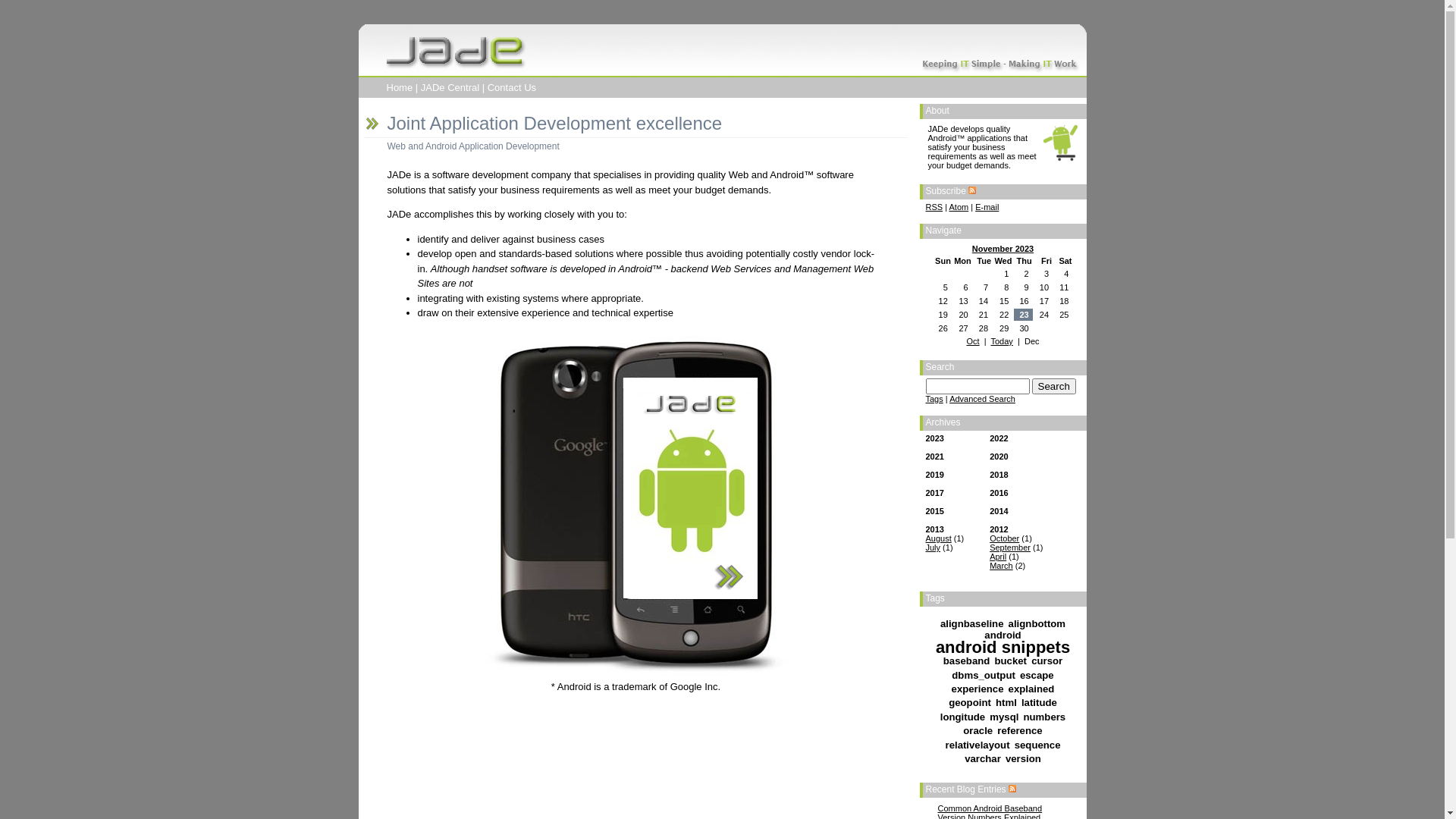  I want to click on 'E-mail', so click(987, 207).